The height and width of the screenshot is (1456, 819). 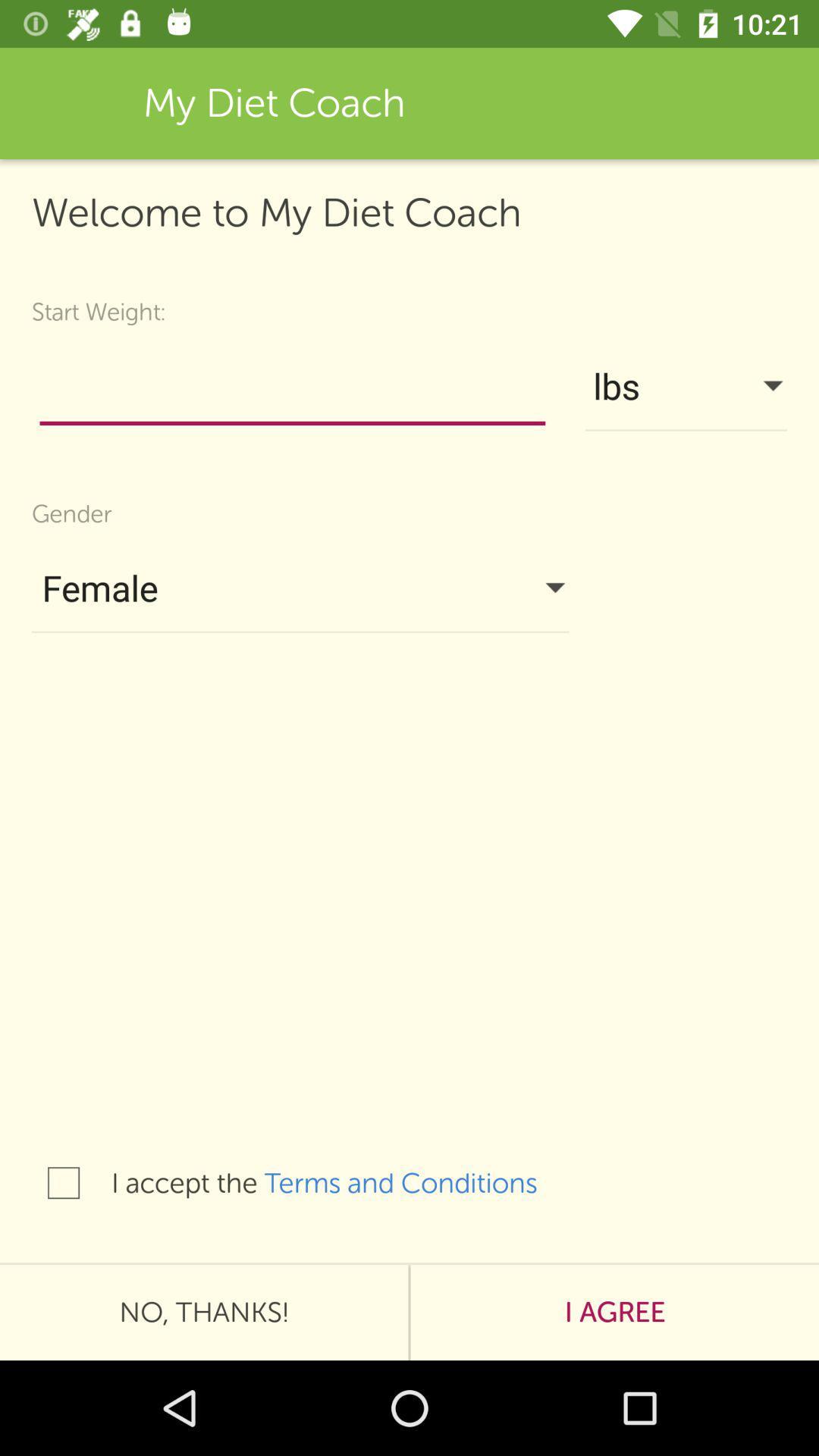 I want to click on item next to the i accept the, so click(x=416, y=1182).